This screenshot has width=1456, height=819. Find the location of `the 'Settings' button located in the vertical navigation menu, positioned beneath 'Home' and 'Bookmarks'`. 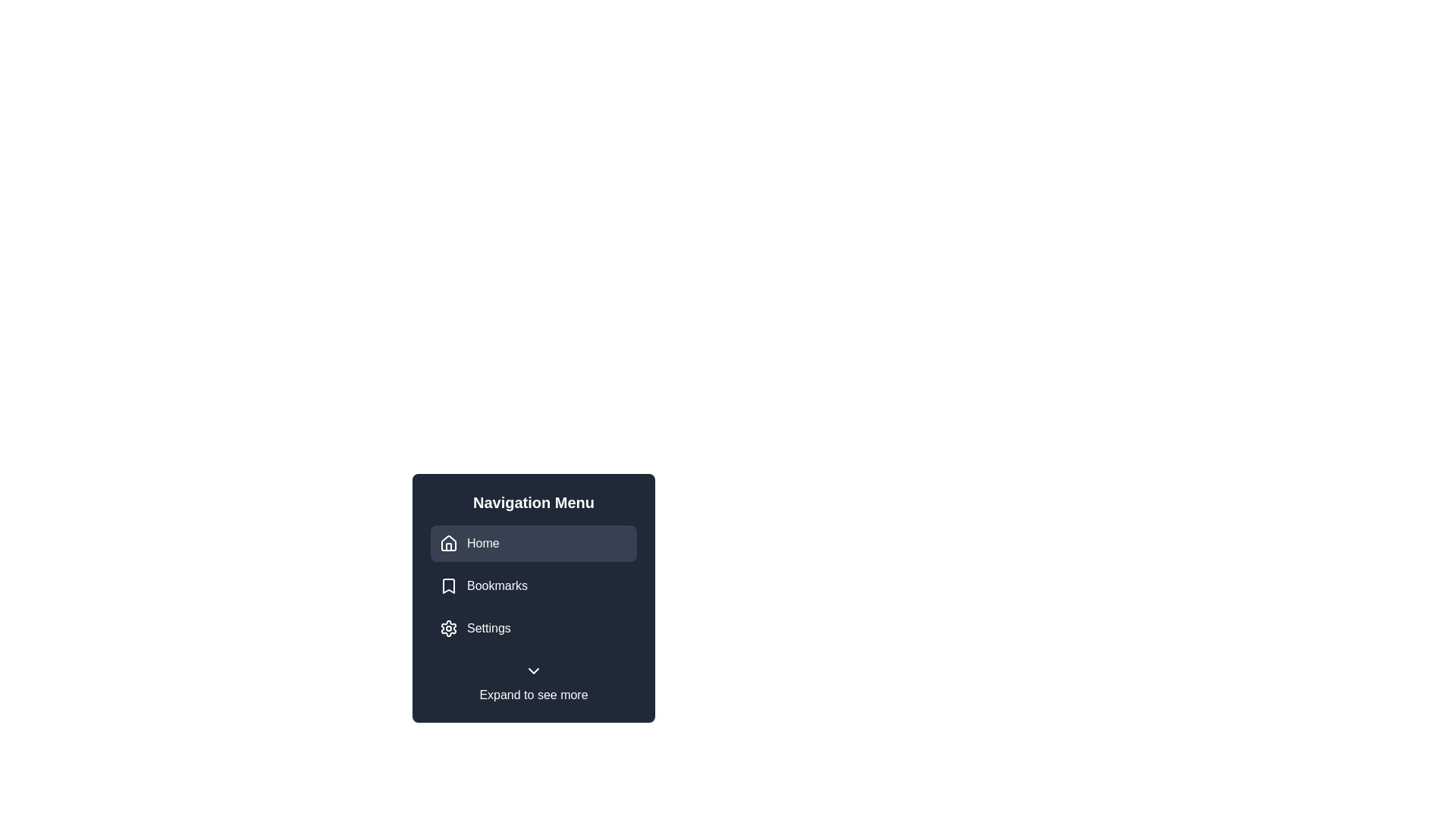

the 'Settings' button located in the vertical navigation menu, positioned beneath 'Home' and 'Bookmarks' is located at coordinates (534, 629).